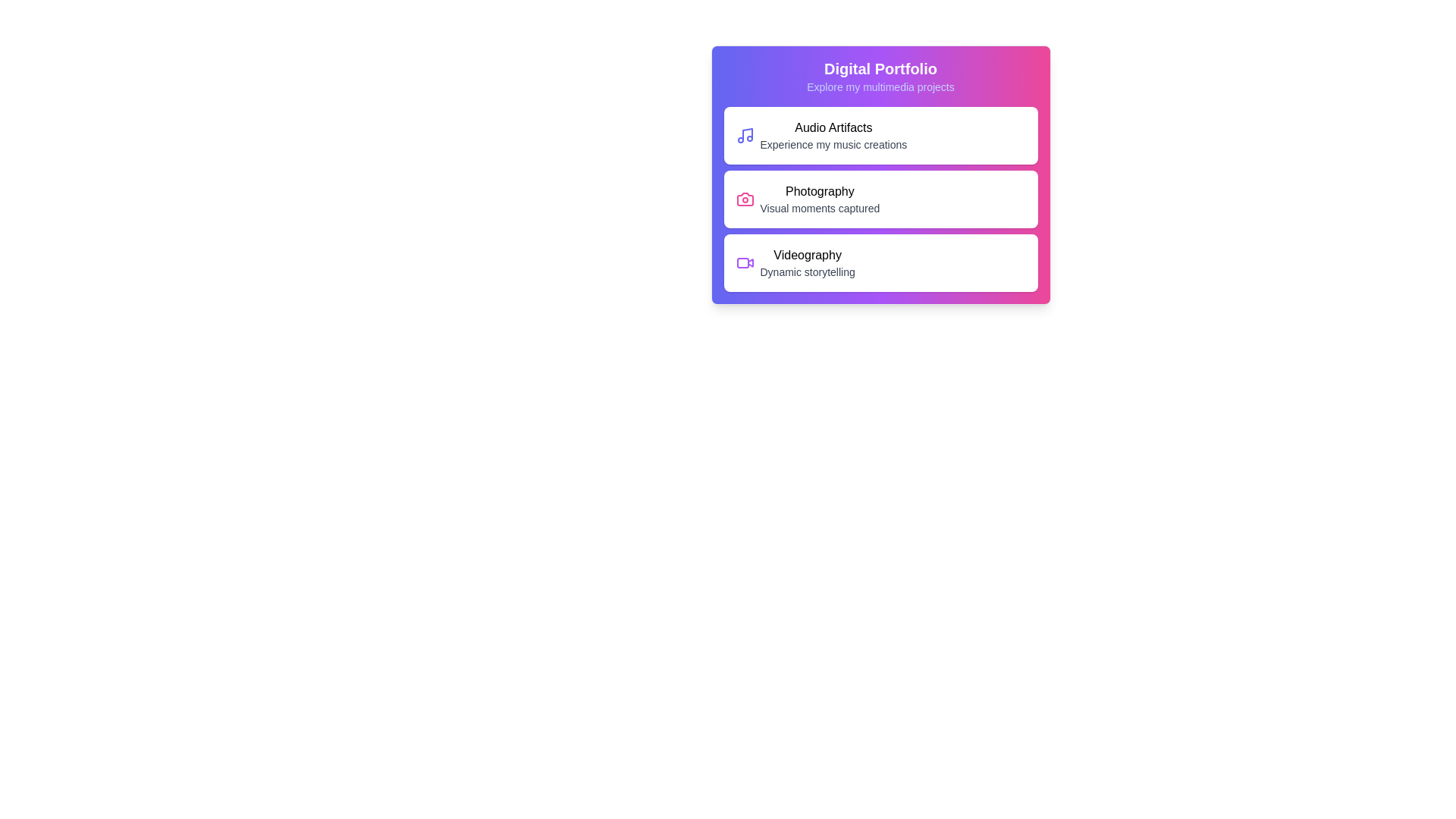 The width and height of the screenshot is (1456, 819). Describe the element at coordinates (807, 254) in the screenshot. I see `text label indicating the title of the 'Videography' section, located above the subtitle 'Dynamic storytelling' in the third card of a vertically stacked group of cards` at that location.